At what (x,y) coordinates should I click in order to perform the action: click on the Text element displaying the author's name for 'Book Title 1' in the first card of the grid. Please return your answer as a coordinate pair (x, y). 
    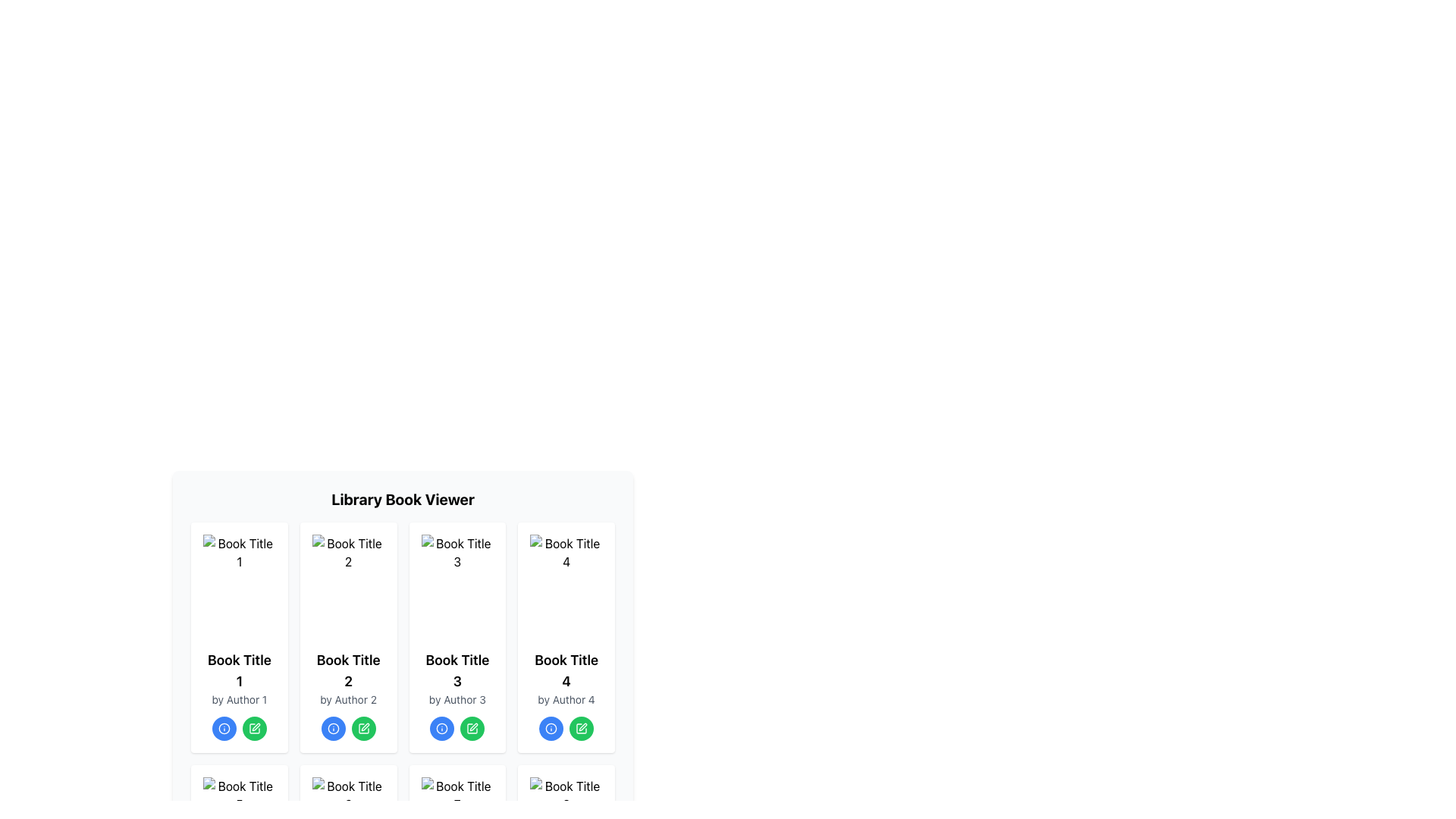
    Looking at the image, I should click on (238, 699).